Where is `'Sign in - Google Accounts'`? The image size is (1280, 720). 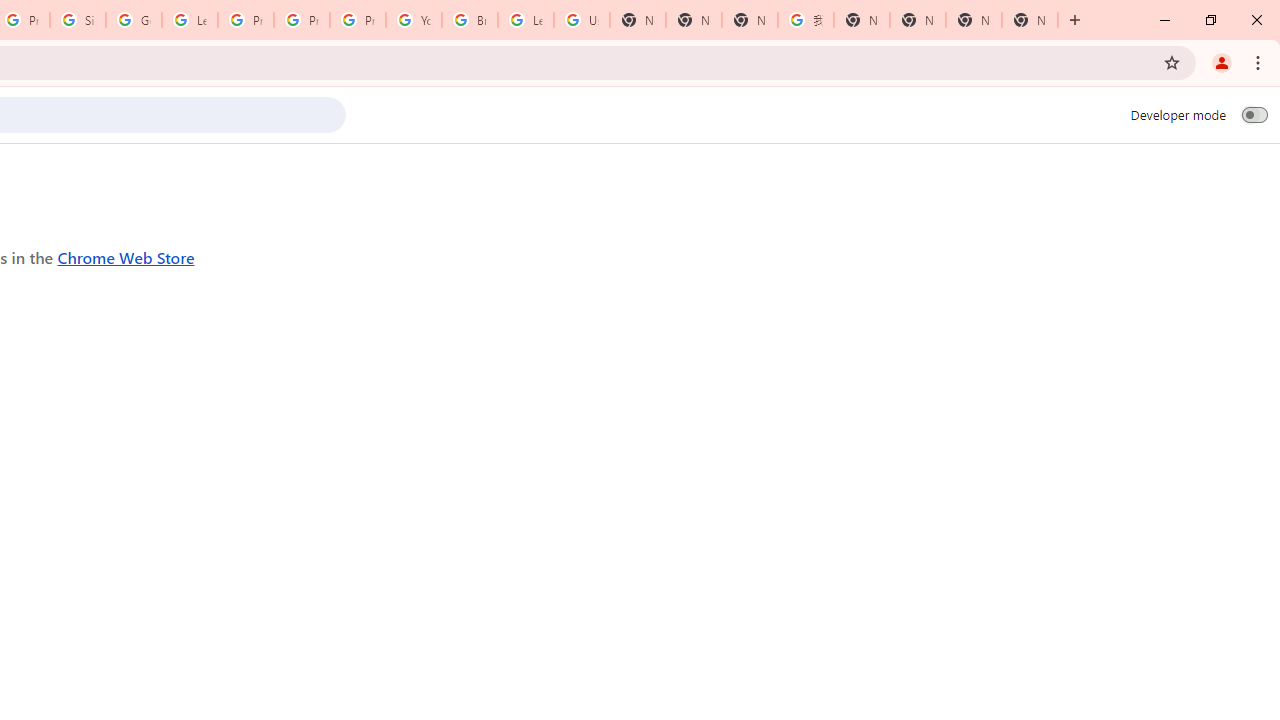
'Sign in - Google Accounts' is located at coordinates (78, 20).